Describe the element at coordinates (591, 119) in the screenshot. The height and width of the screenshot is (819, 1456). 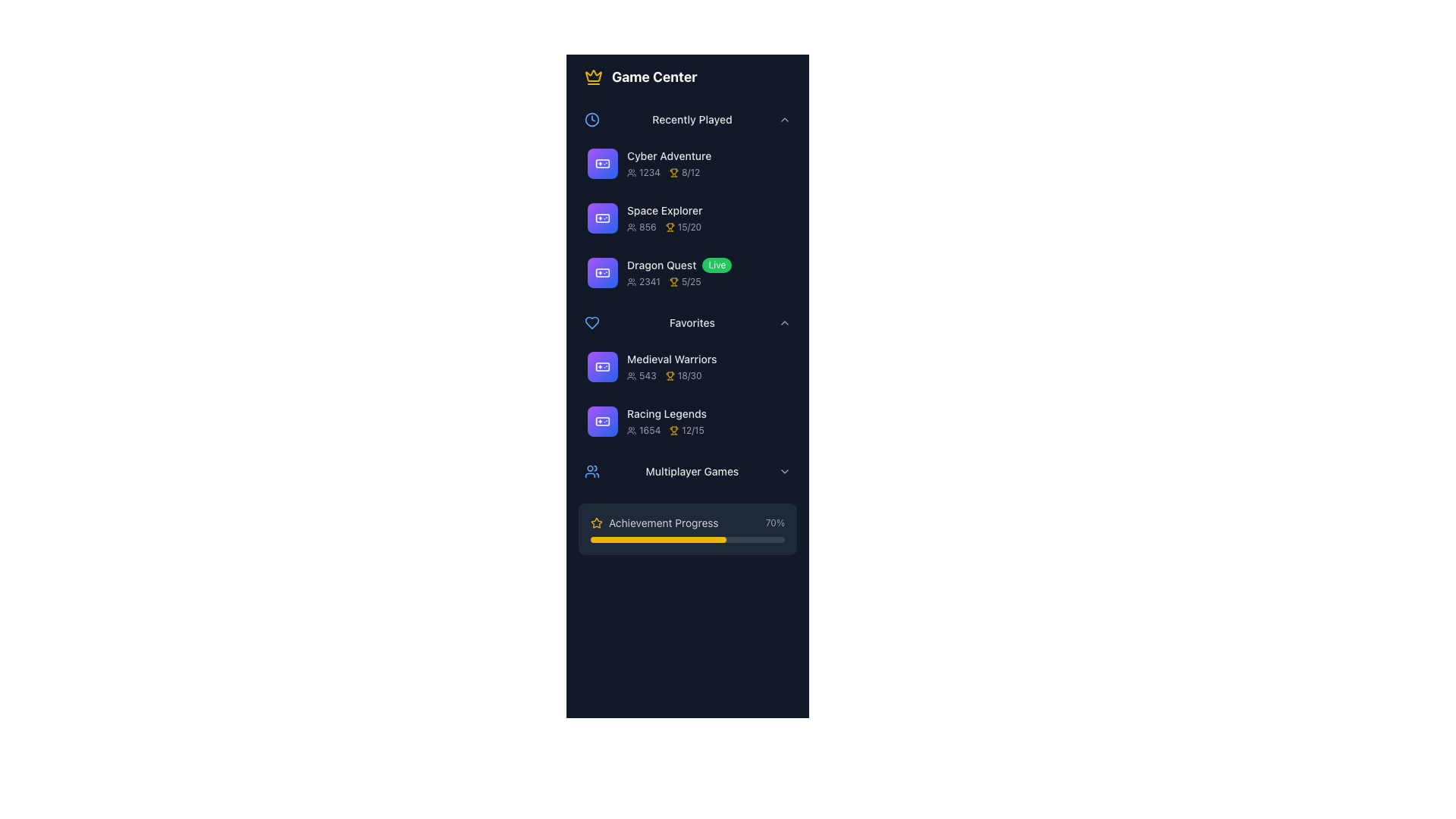
I see `the first icon in the 'Recently Played' row, which represents the 'Recently Played' category and is located to the left of the text label` at that location.